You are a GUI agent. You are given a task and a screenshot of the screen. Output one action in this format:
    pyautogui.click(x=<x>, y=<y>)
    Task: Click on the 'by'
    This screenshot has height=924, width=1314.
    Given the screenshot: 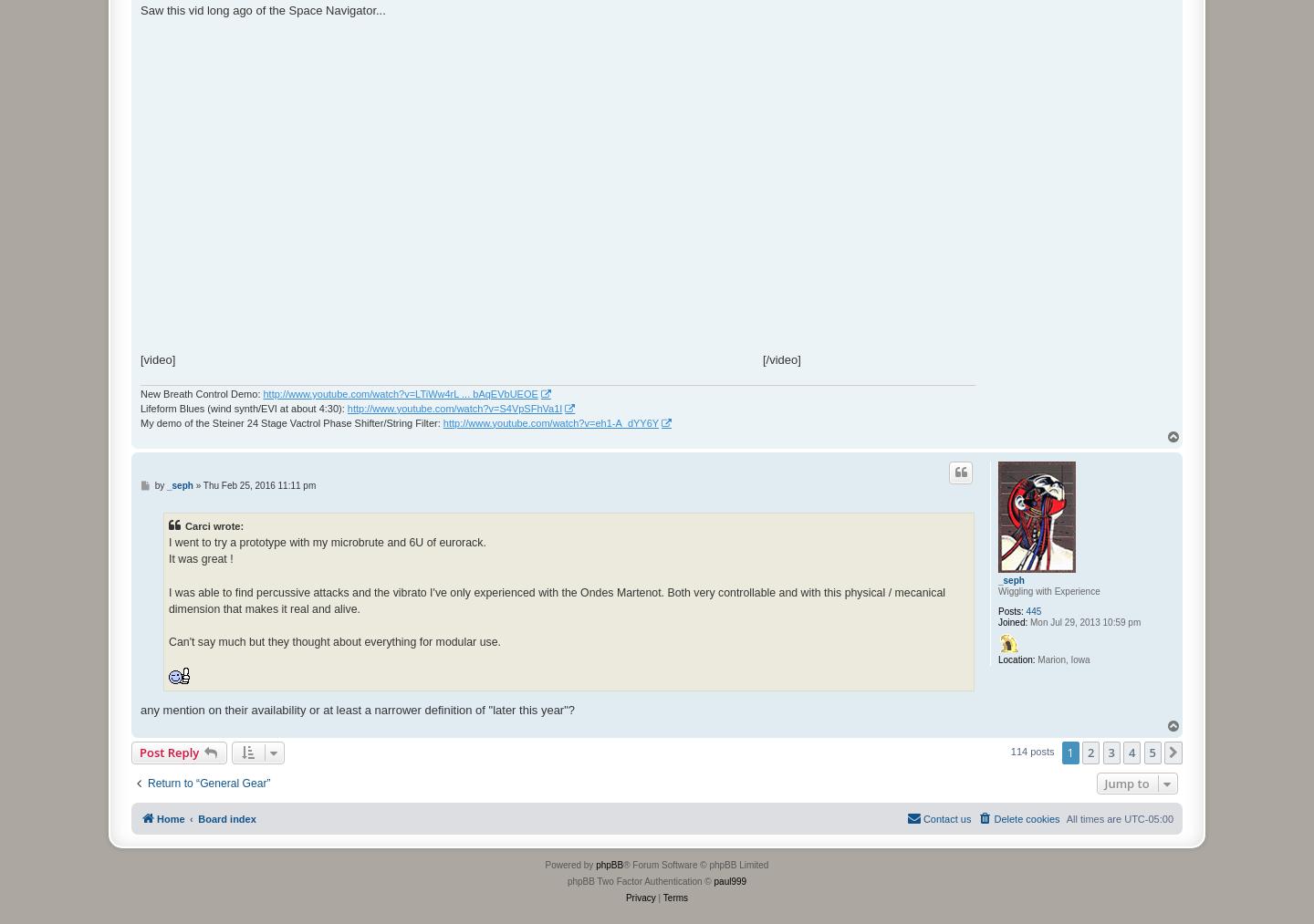 What is the action you would take?
    pyautogui.click(x=159, y=484)
    